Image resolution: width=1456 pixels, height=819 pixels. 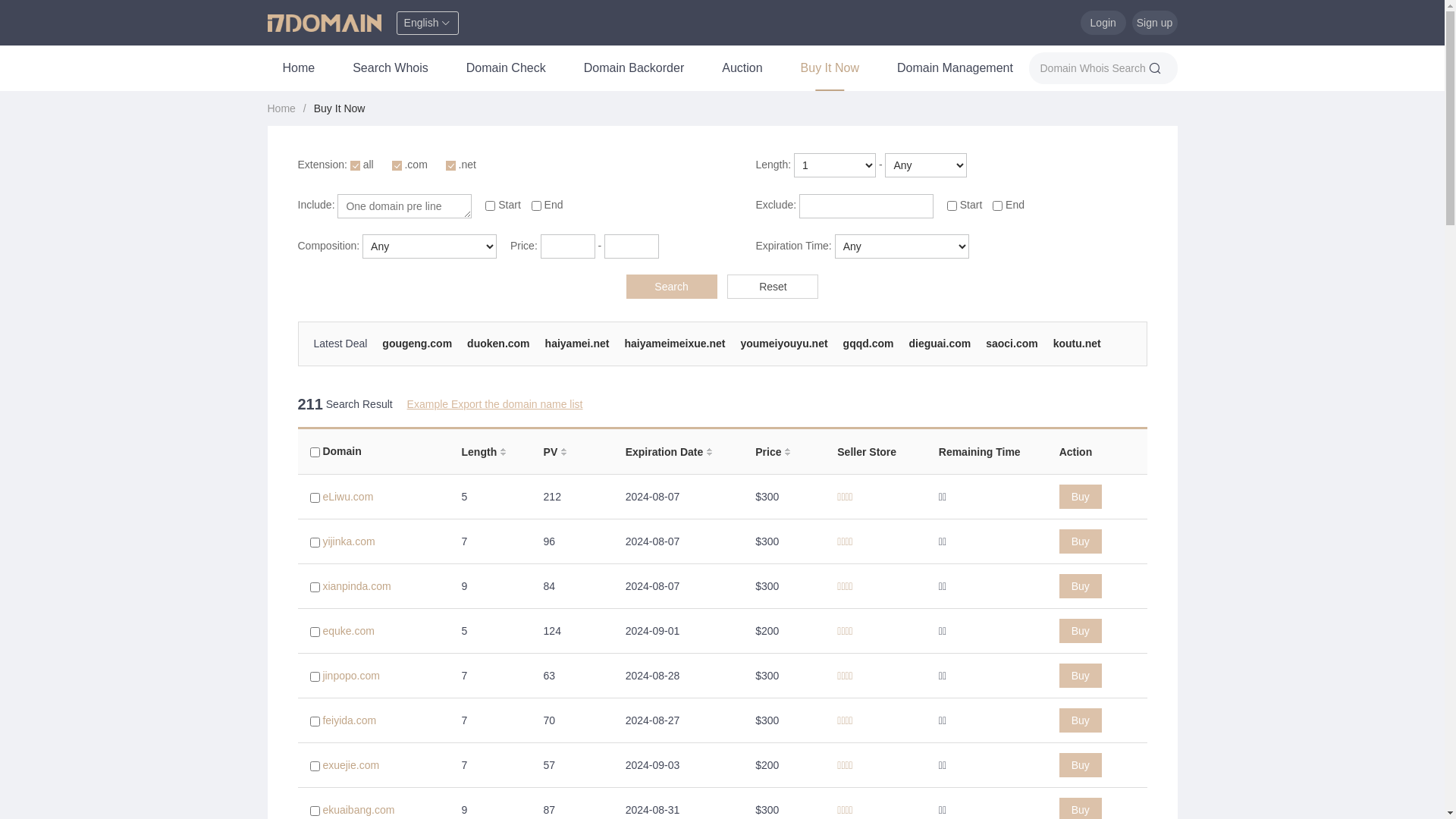 What do you see at coordinates (350, 675) in the screenshot?
I see `'jinpopo.com'` at bounding box center [350, 675].